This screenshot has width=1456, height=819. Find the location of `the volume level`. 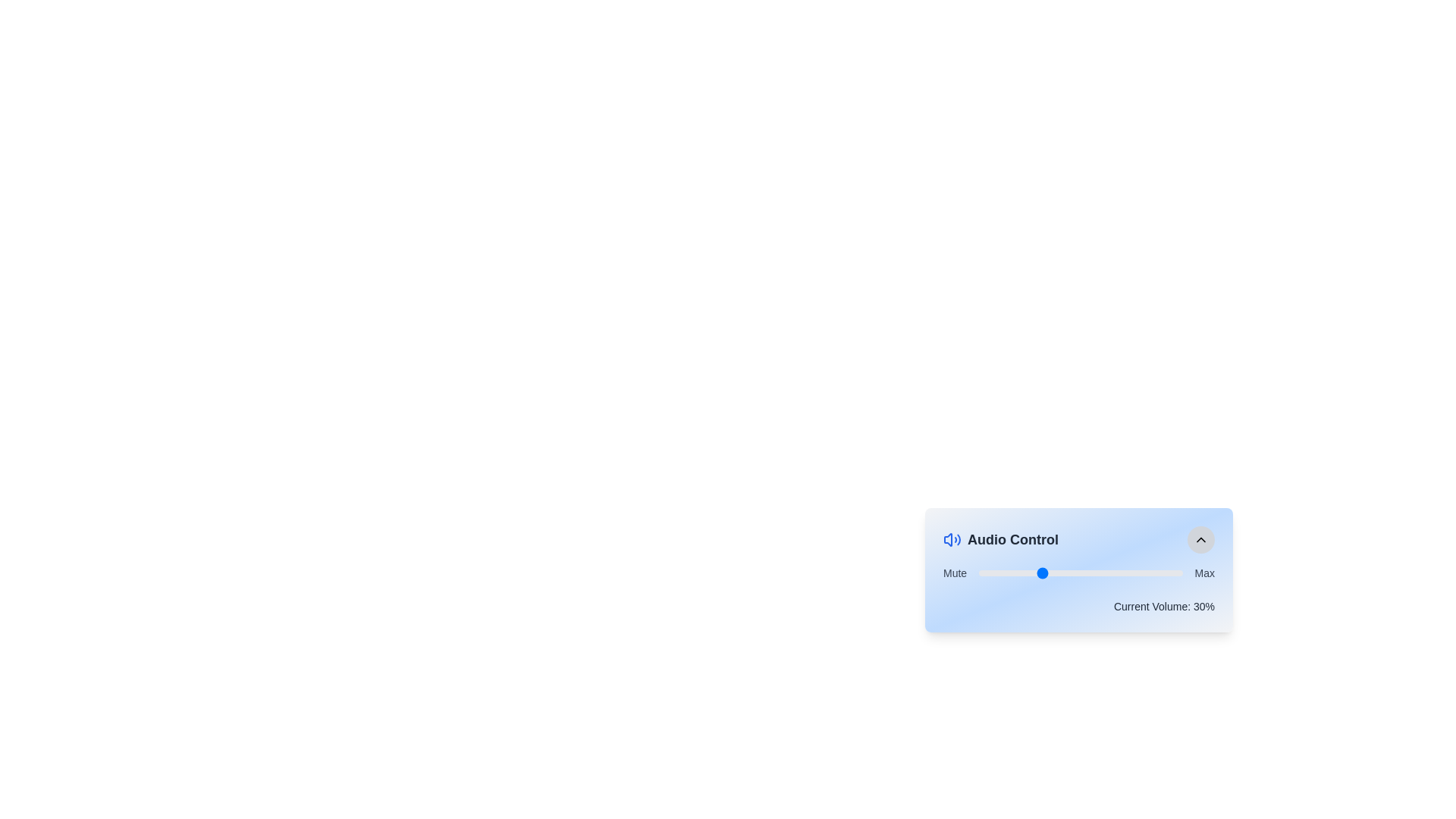

the volume level is located at coordinates (1178, 573).